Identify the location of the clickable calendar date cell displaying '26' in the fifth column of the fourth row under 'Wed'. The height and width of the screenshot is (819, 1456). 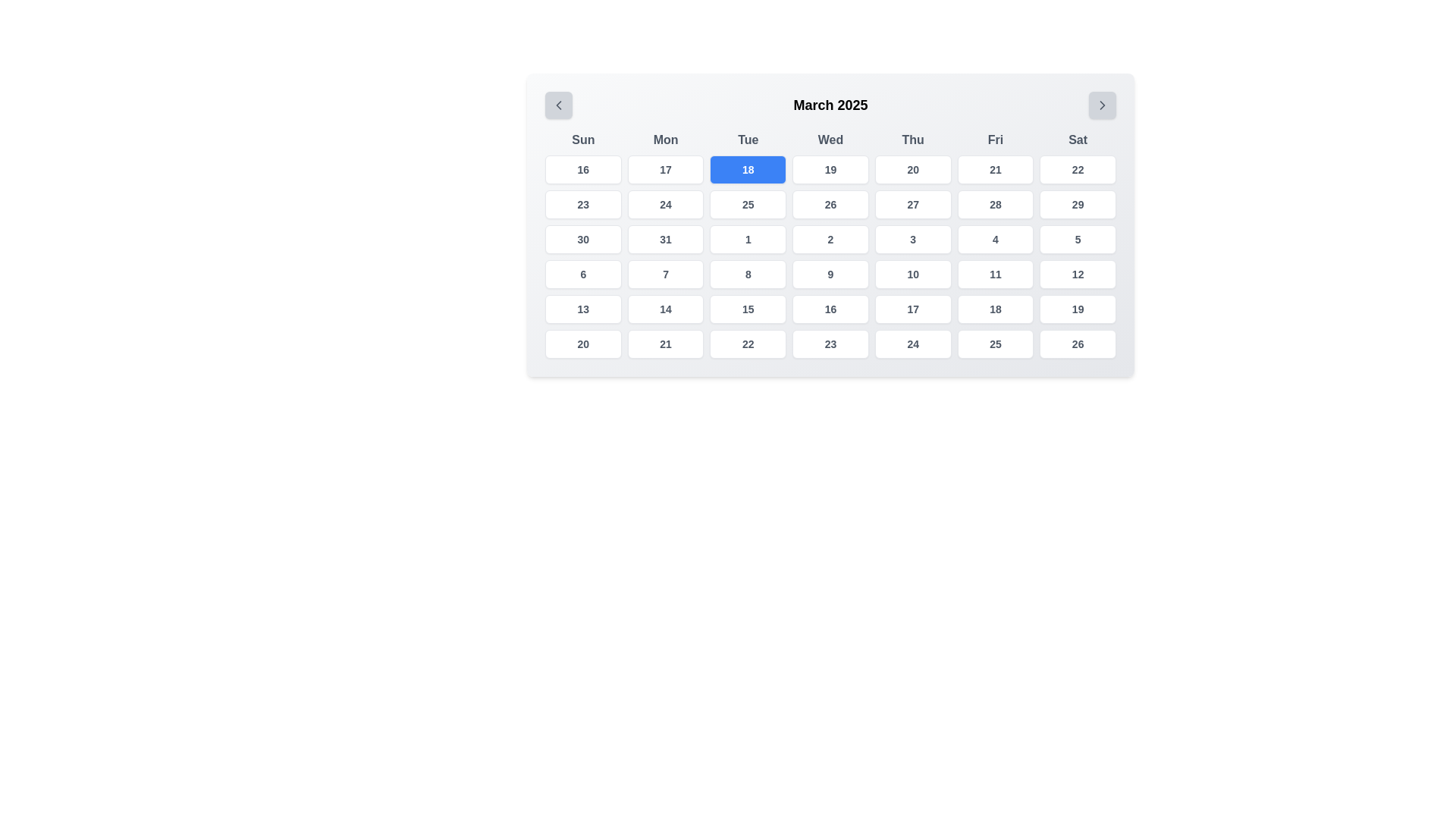
(830, 205).